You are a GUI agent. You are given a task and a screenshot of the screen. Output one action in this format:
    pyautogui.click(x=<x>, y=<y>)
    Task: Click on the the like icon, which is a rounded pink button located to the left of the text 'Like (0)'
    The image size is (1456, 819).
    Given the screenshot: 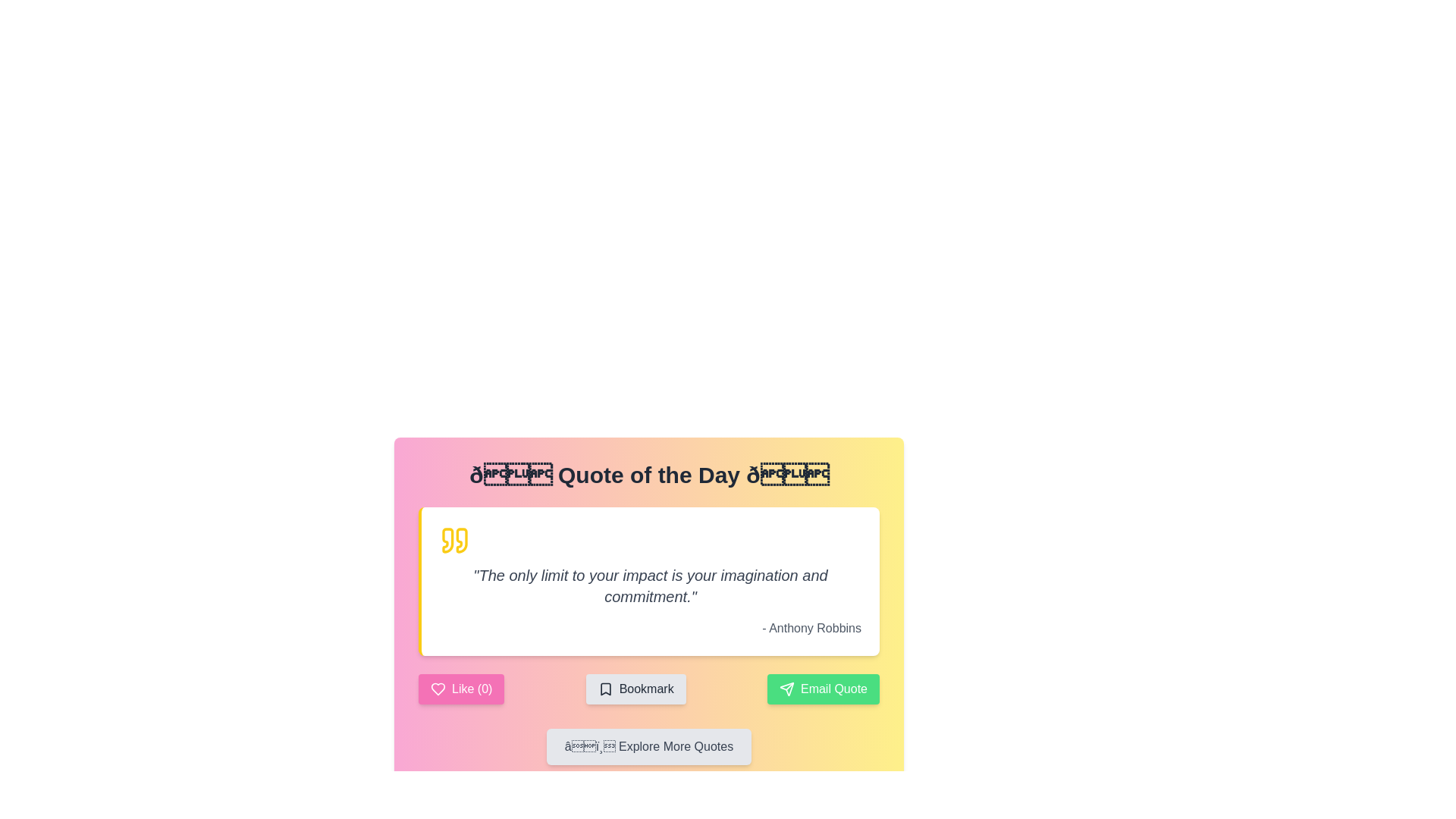 What is the action you would take?
    pyautogui.click(x=437, y=689)
    